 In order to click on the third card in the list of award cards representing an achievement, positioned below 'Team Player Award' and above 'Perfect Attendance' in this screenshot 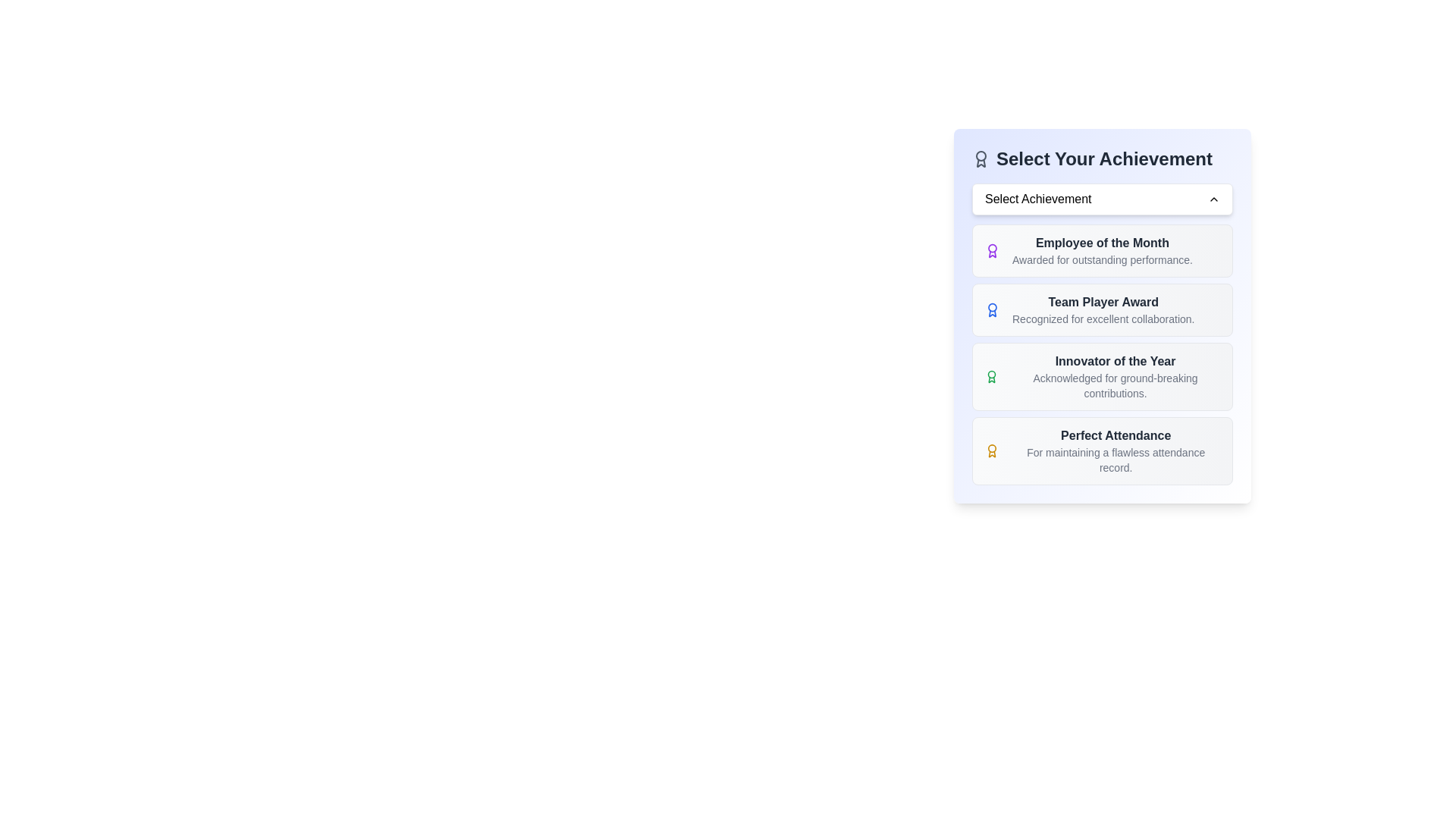, I will do `click(1103, 354)`.